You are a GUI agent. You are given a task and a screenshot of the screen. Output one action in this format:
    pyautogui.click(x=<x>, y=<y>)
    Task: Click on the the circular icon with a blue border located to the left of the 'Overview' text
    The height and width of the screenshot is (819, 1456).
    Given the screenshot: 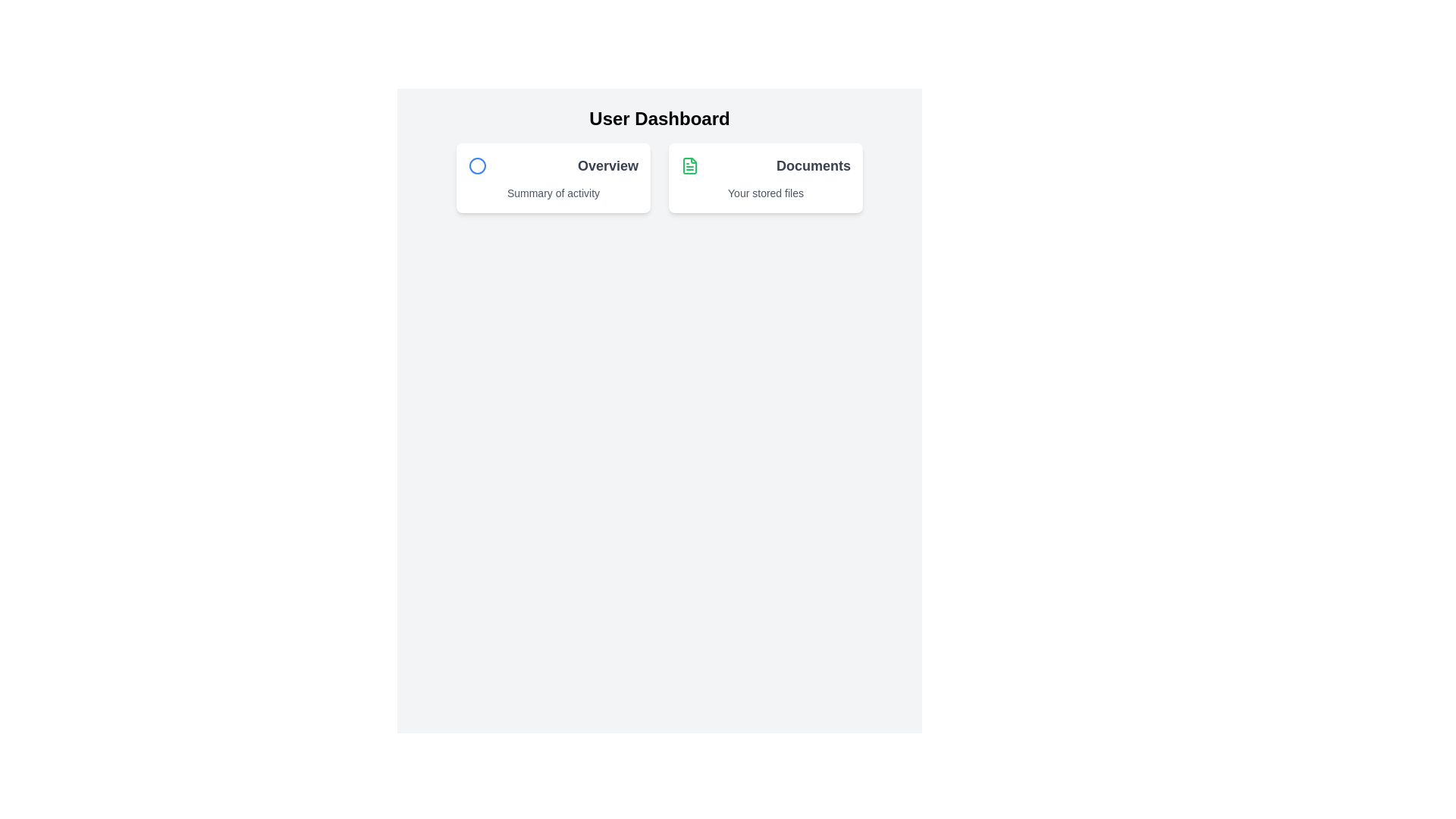 What is the action you would take?
    pyautogui.click(x=476, y=166)
    